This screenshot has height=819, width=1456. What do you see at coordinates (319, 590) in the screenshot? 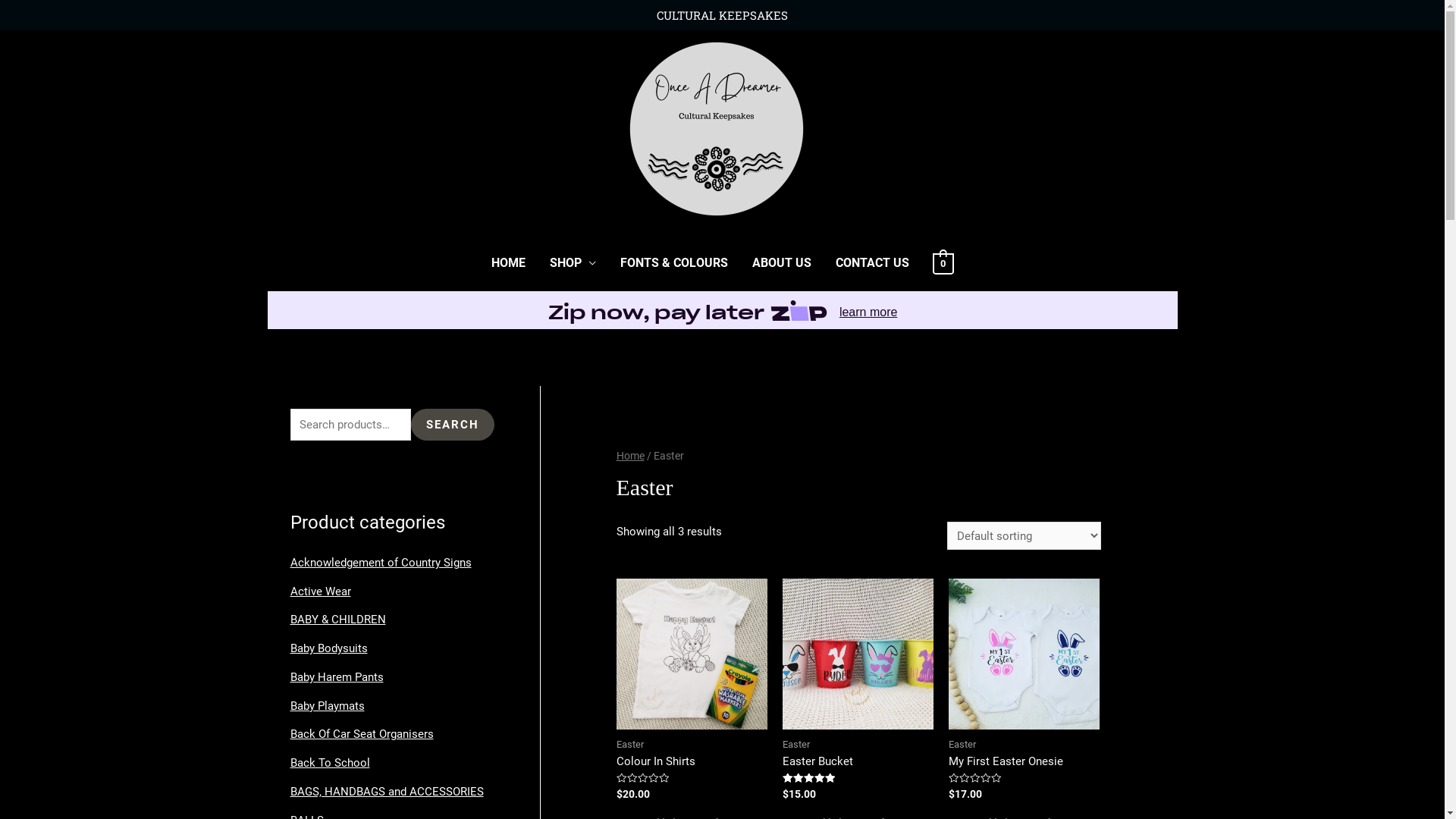
I see `'Active Wear'` at bounding box center [319, 590].